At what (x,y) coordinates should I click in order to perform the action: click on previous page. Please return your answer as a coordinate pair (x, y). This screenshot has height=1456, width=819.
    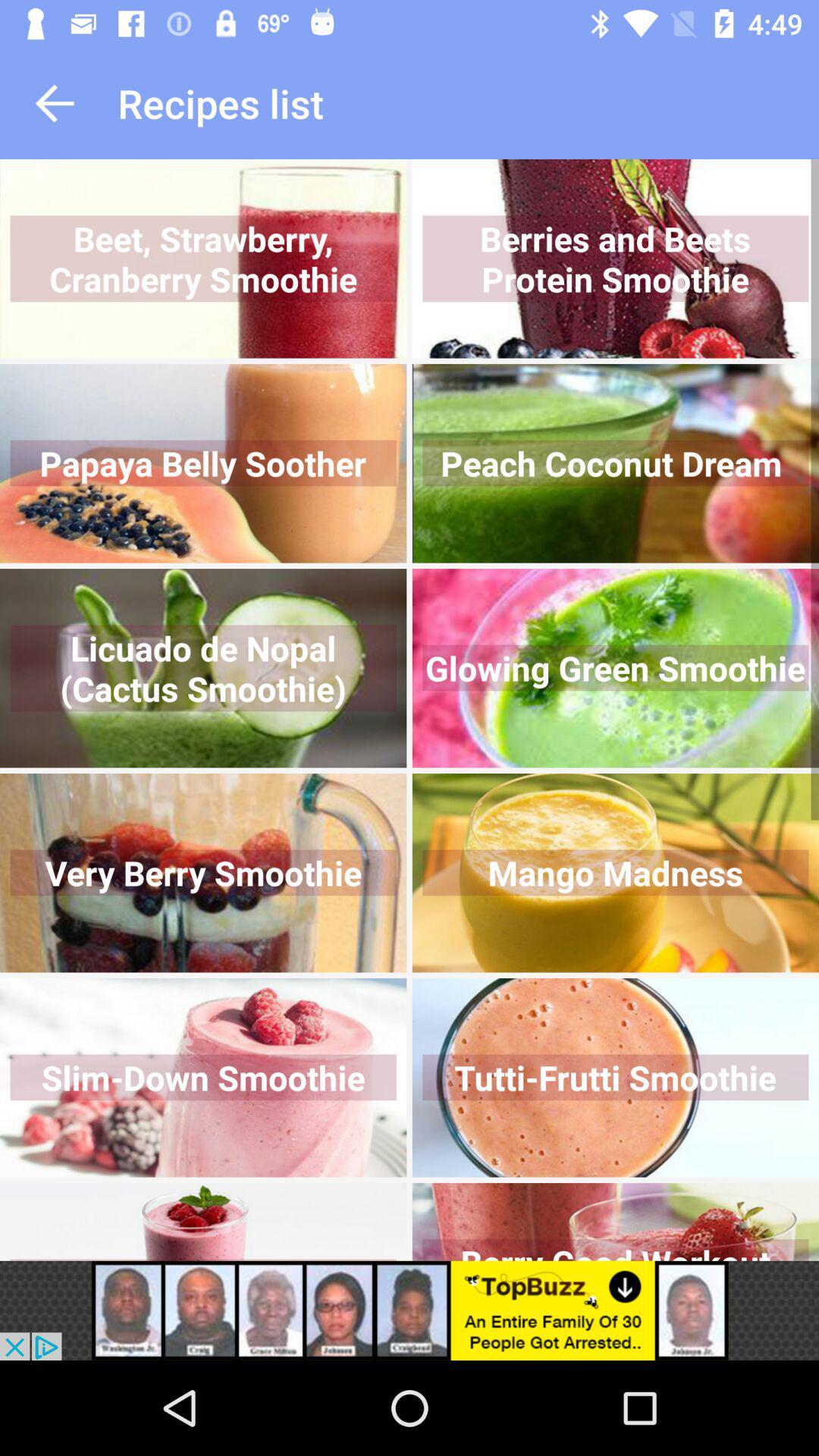
    Looking at the image, I should click on (54, 102).